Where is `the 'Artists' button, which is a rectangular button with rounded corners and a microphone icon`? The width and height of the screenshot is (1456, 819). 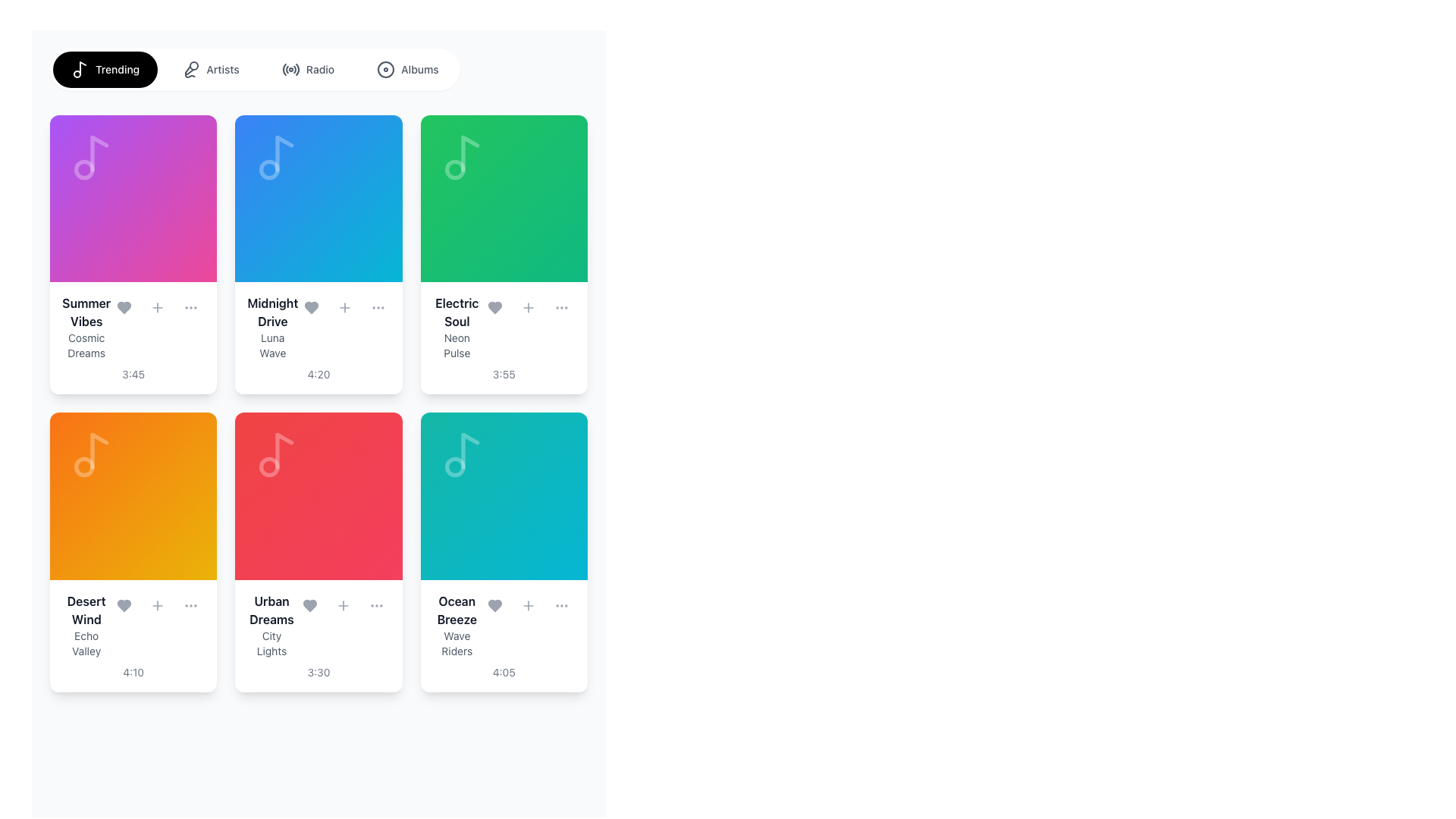
the 'Artists' button, which is a rectangular button with rounded corners and a microphone icon is located at coordinates (210, 70).